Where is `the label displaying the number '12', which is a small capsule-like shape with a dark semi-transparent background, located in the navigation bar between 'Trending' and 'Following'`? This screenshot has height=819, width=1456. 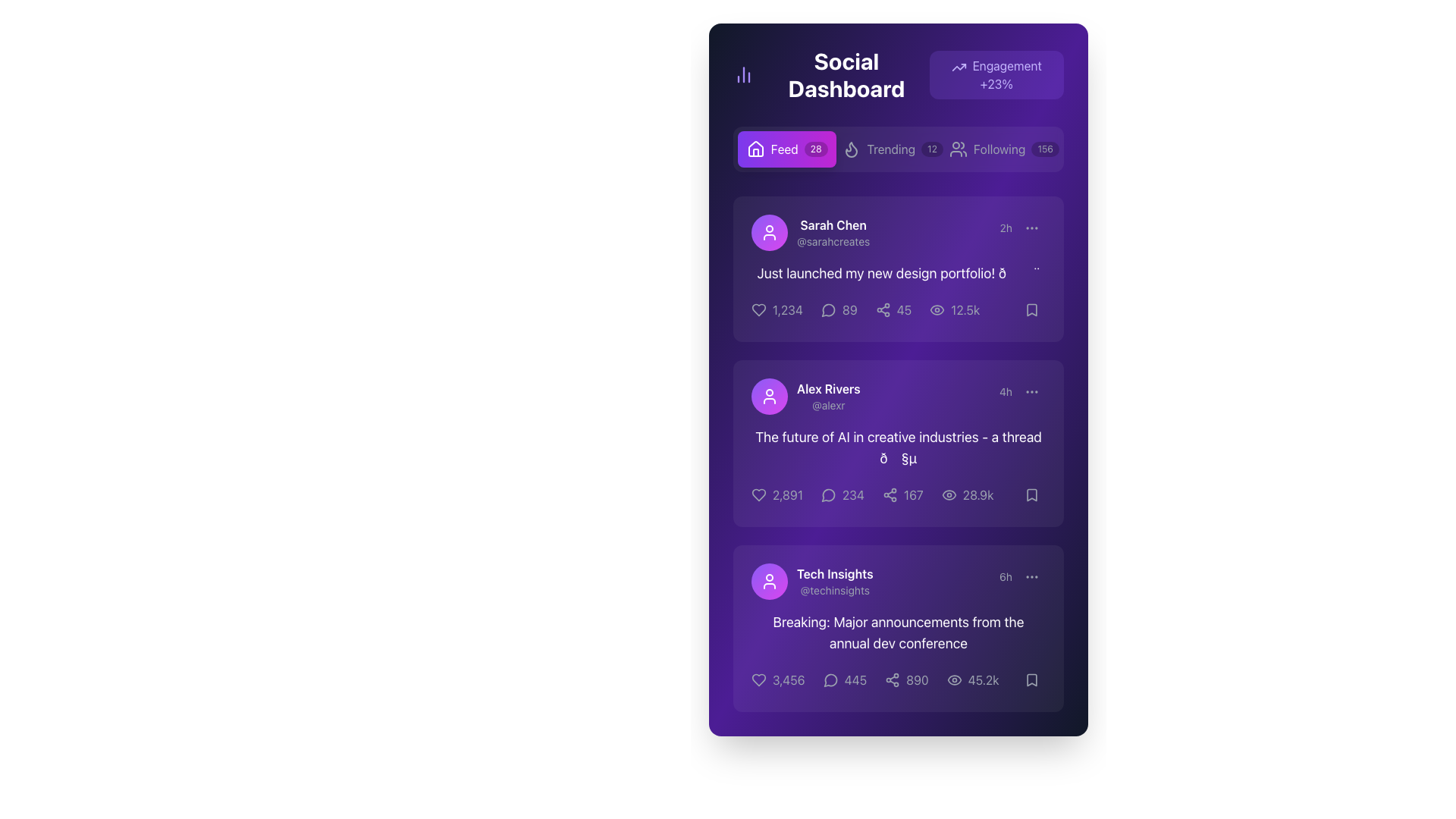 the label displaying the number '12', which is a small capsule-like shape with a dark semi-transparent background, located in the navigation bar between 'Trending' and 'Following' is located at coordinates (931, 149).